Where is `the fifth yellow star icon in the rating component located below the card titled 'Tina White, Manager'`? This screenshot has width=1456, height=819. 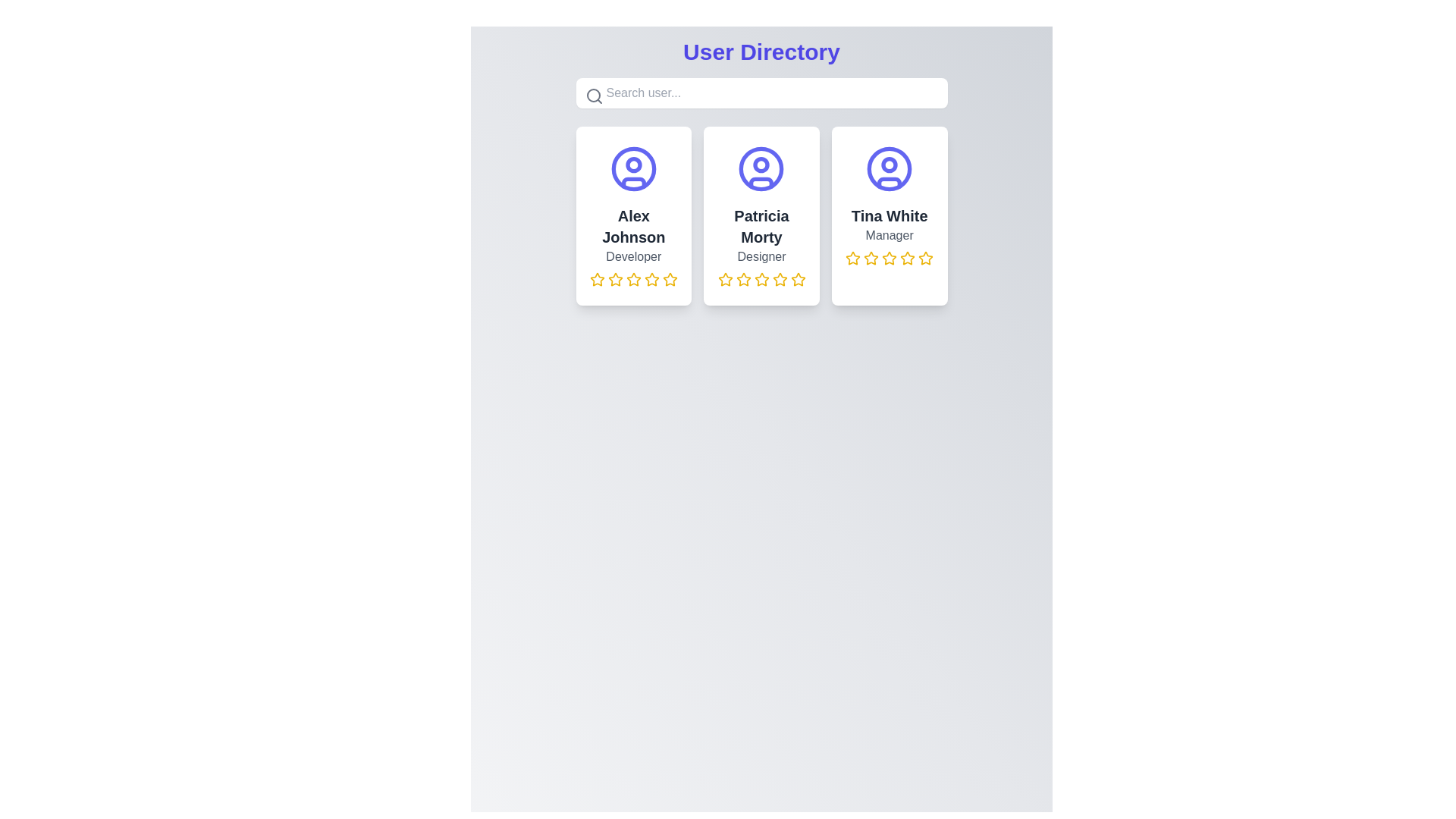 the fifth yellow star icon in the rating component located below the card titled 'Tina White, Manager' is located at coordinates (908, 257).